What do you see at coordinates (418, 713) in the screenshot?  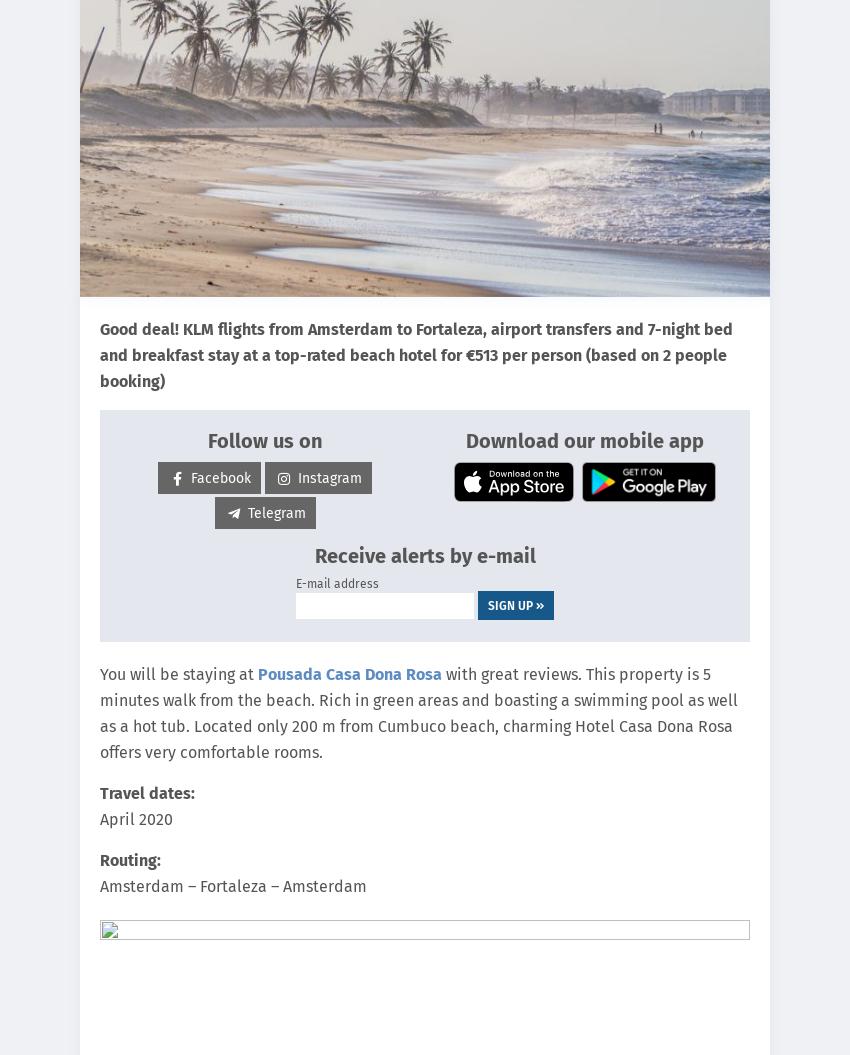 I see `'with great reviews. This property is 5 minutes walk from the beach. Rich in green areas and boasting a swimming pool as well as a hot tub. Located only 200 m from Cumbuco beach, charming Hotel Casa Dona Rosa offers very comfortable rooms.'` at bounding box center [418, 713].